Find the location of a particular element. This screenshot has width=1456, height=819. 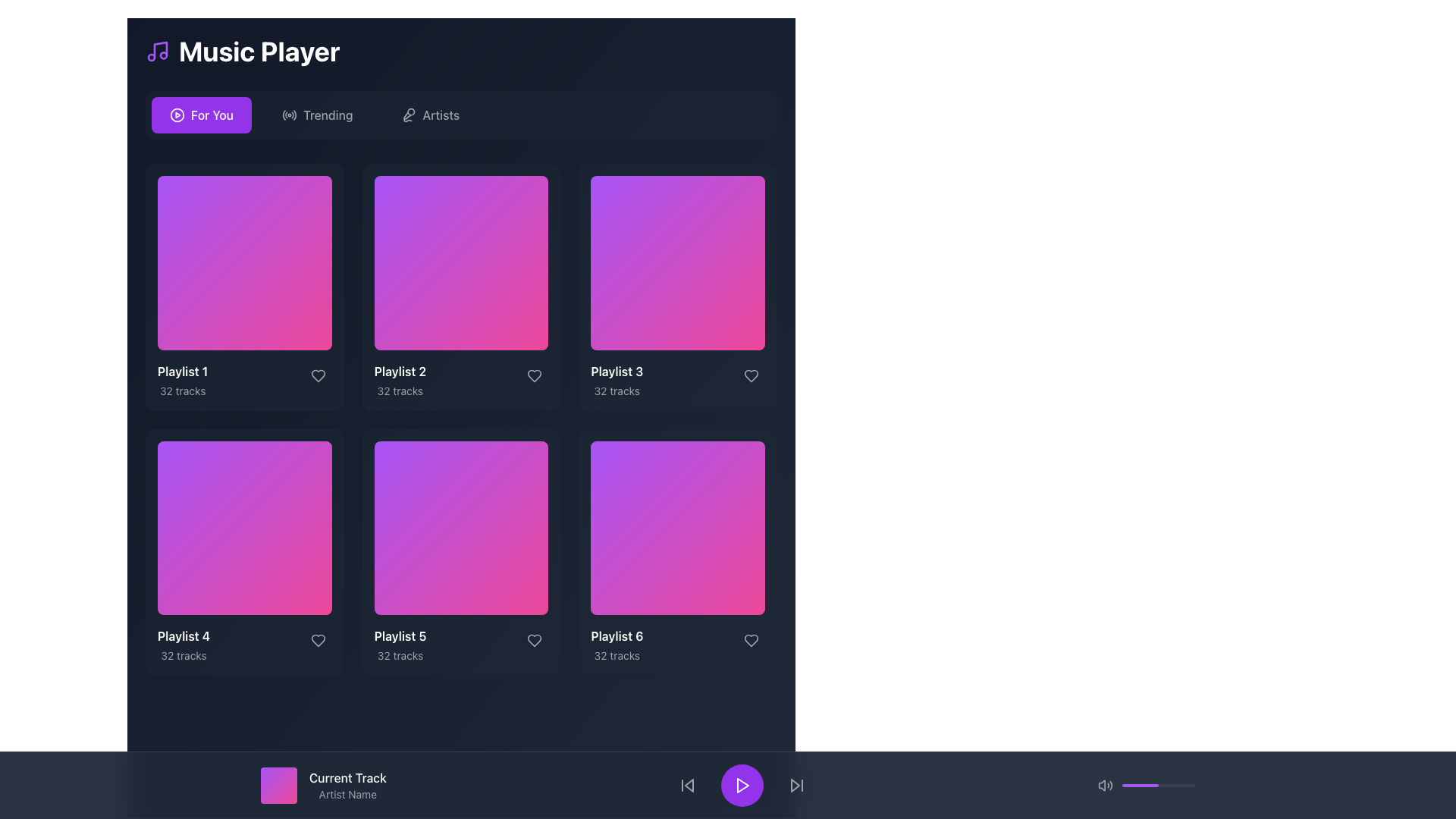

the heart icon located in the lower-right corner of the 'Playlist 3' card is located at coordinates (751, 375).